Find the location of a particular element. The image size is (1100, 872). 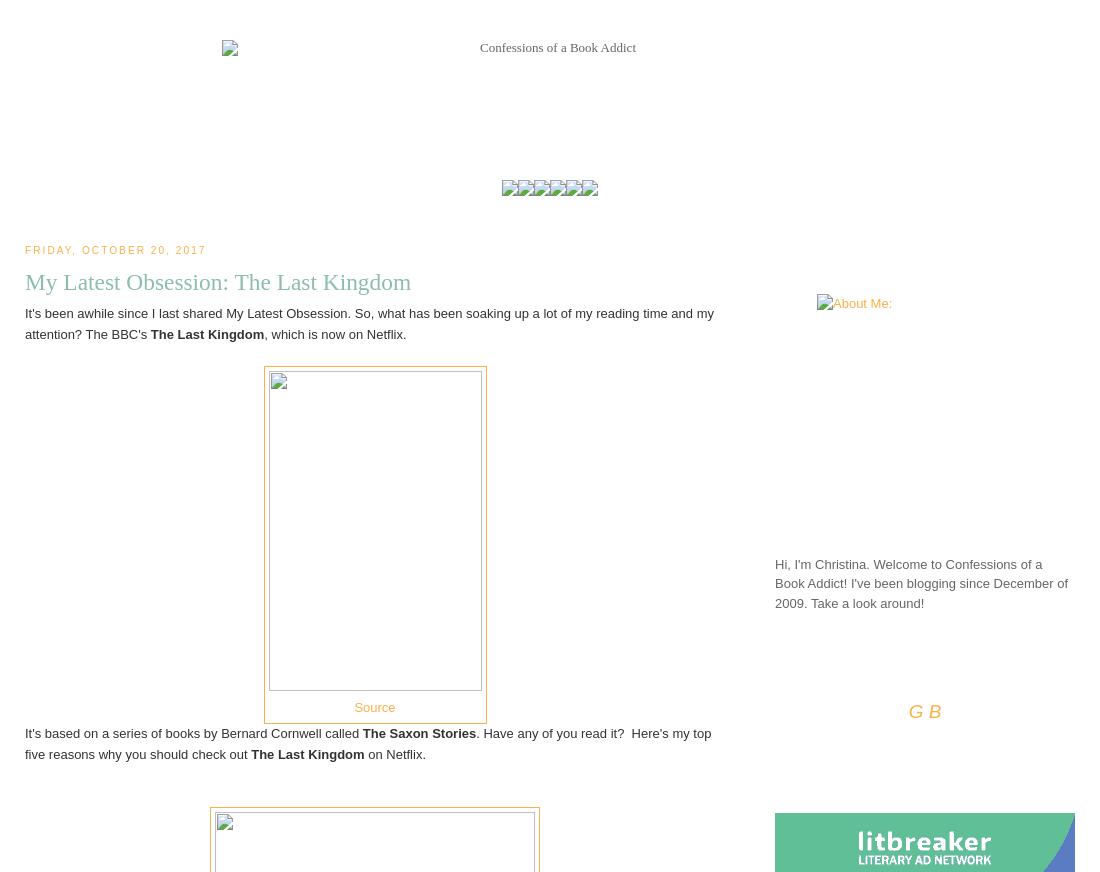

'Kingdom' is located at coordinates (235, 333).